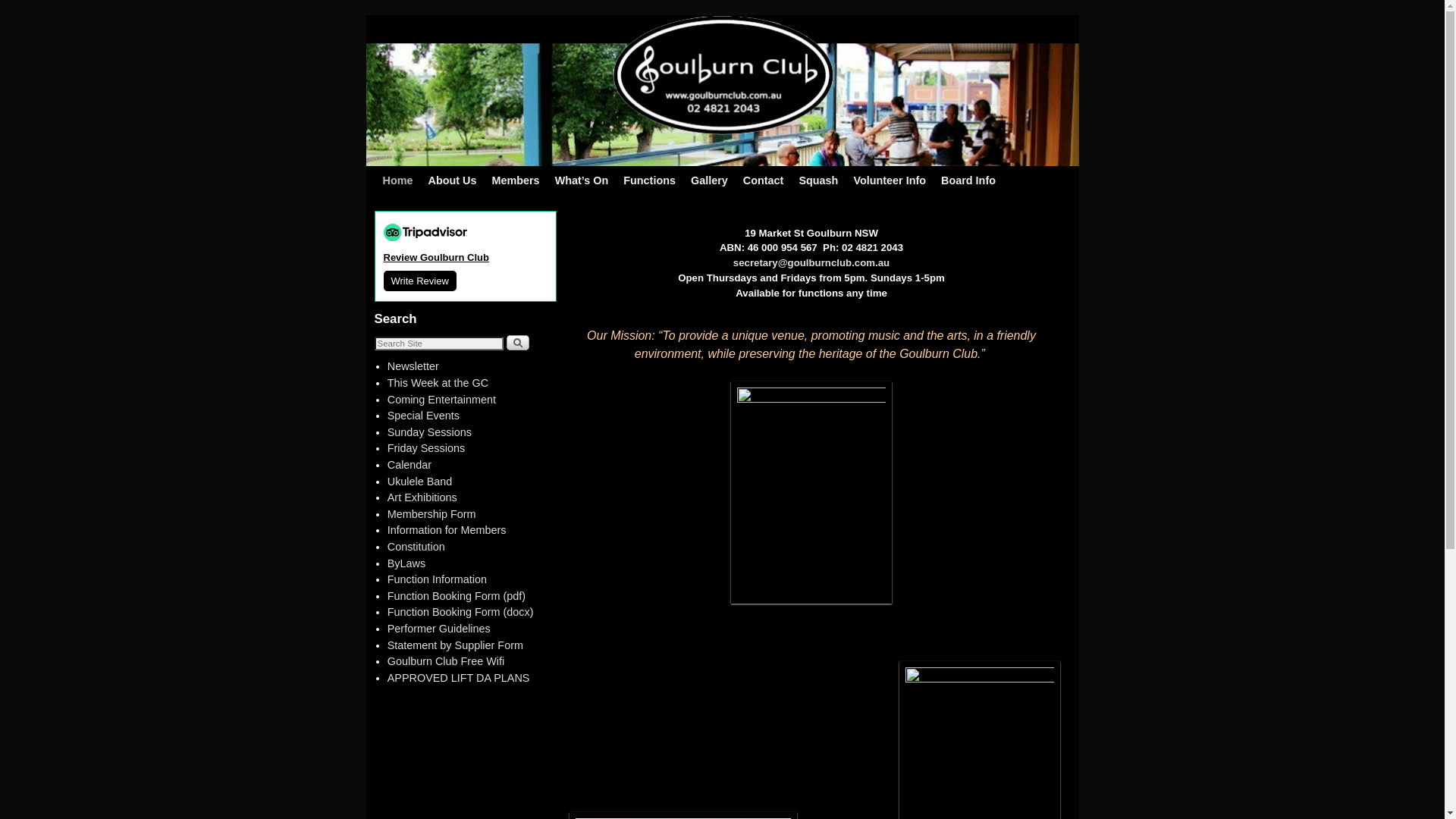 This screenshot has height=819, width=1456. I want to click on 'Gallery', so click(682, 180).